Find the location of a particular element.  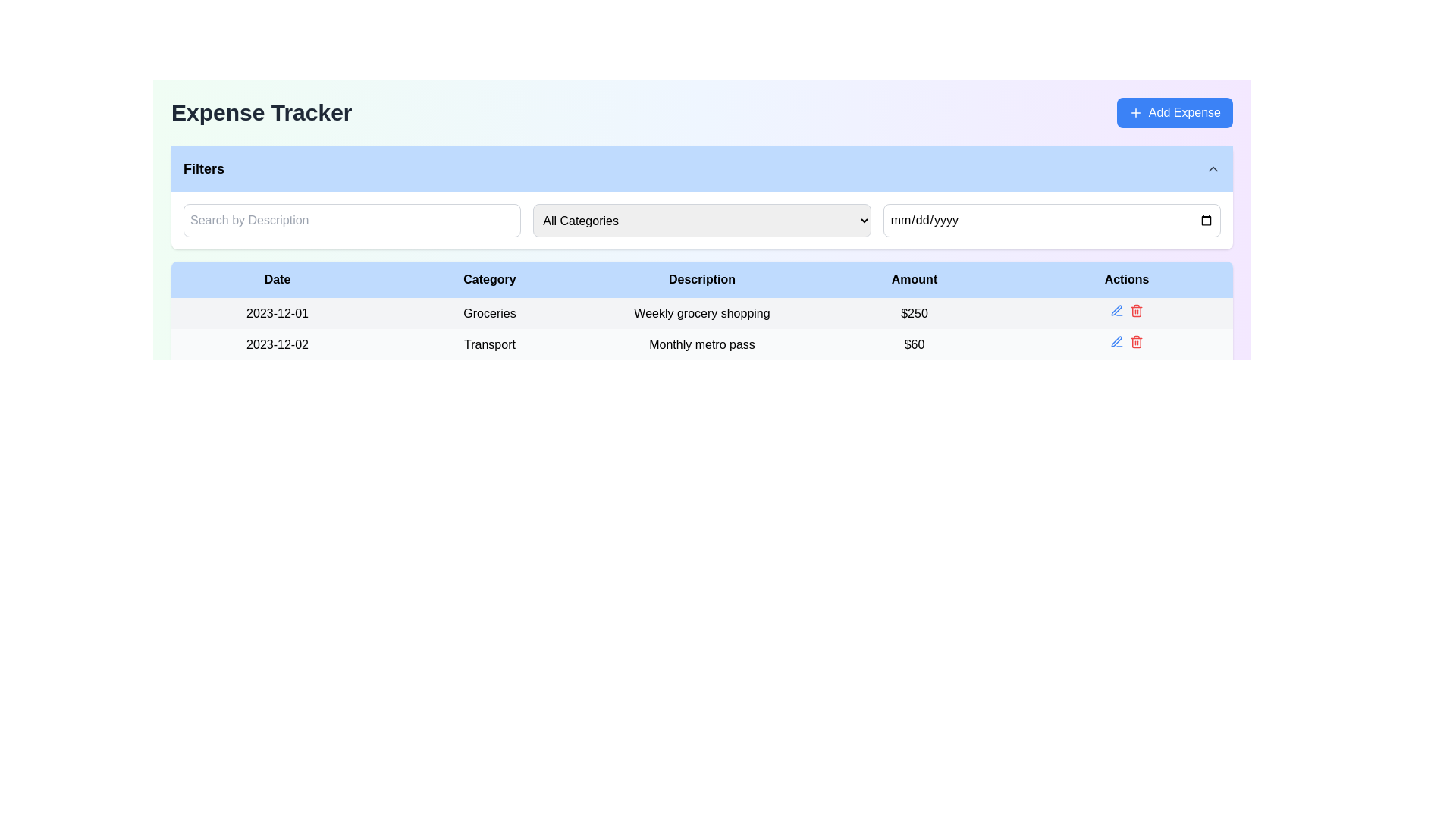

the label displaying '$60' in the 'Amount' column of the transport expense row for 'Monthly metro pass' is located at coordinates (913, 344).